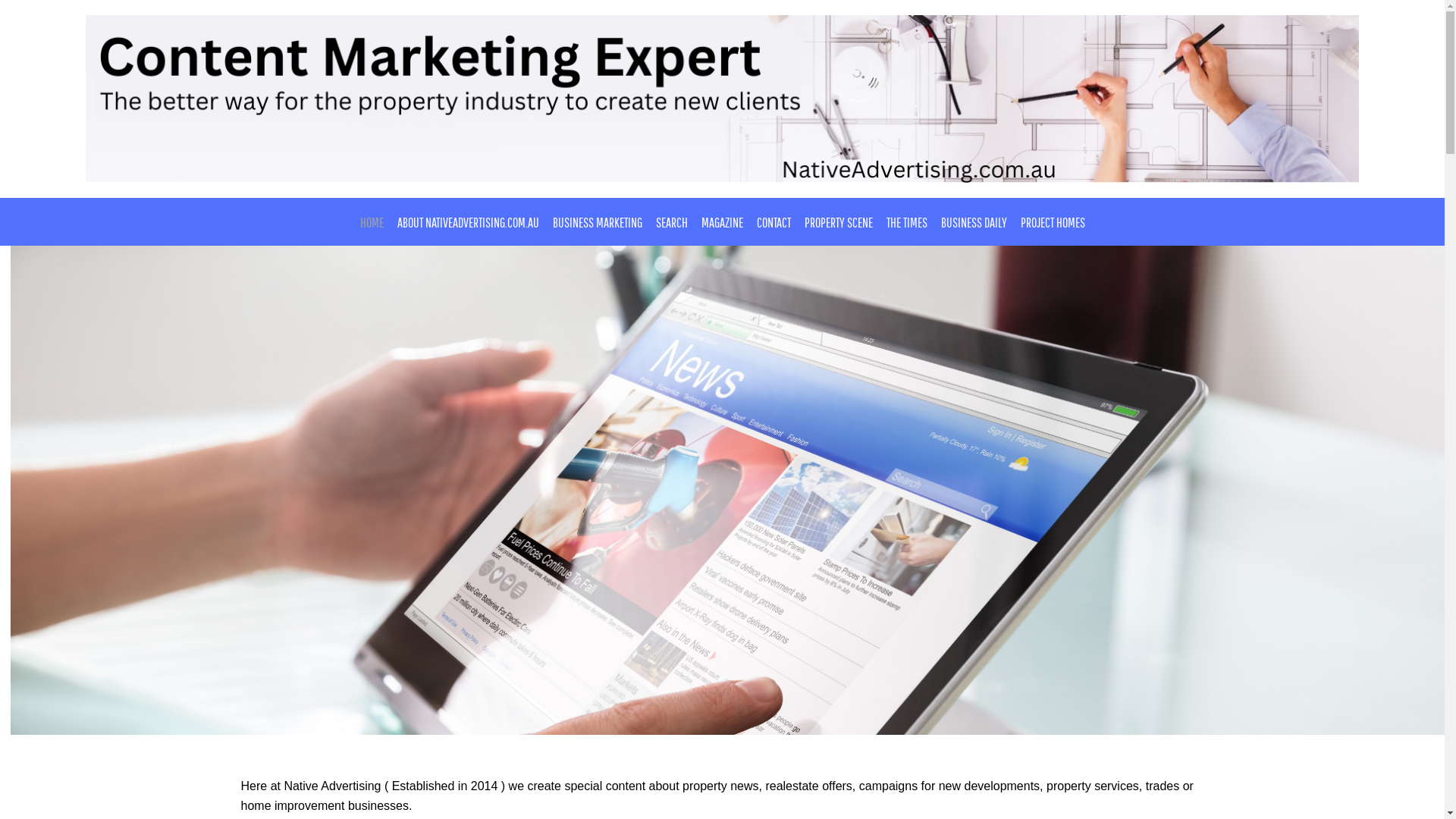 Image resolution: width=1456 pixels, height=819 pixels. What do you see at coordinates (773, 222) in the screenshot?
I see `'CONTACT'` at bounding box center [773, 222].